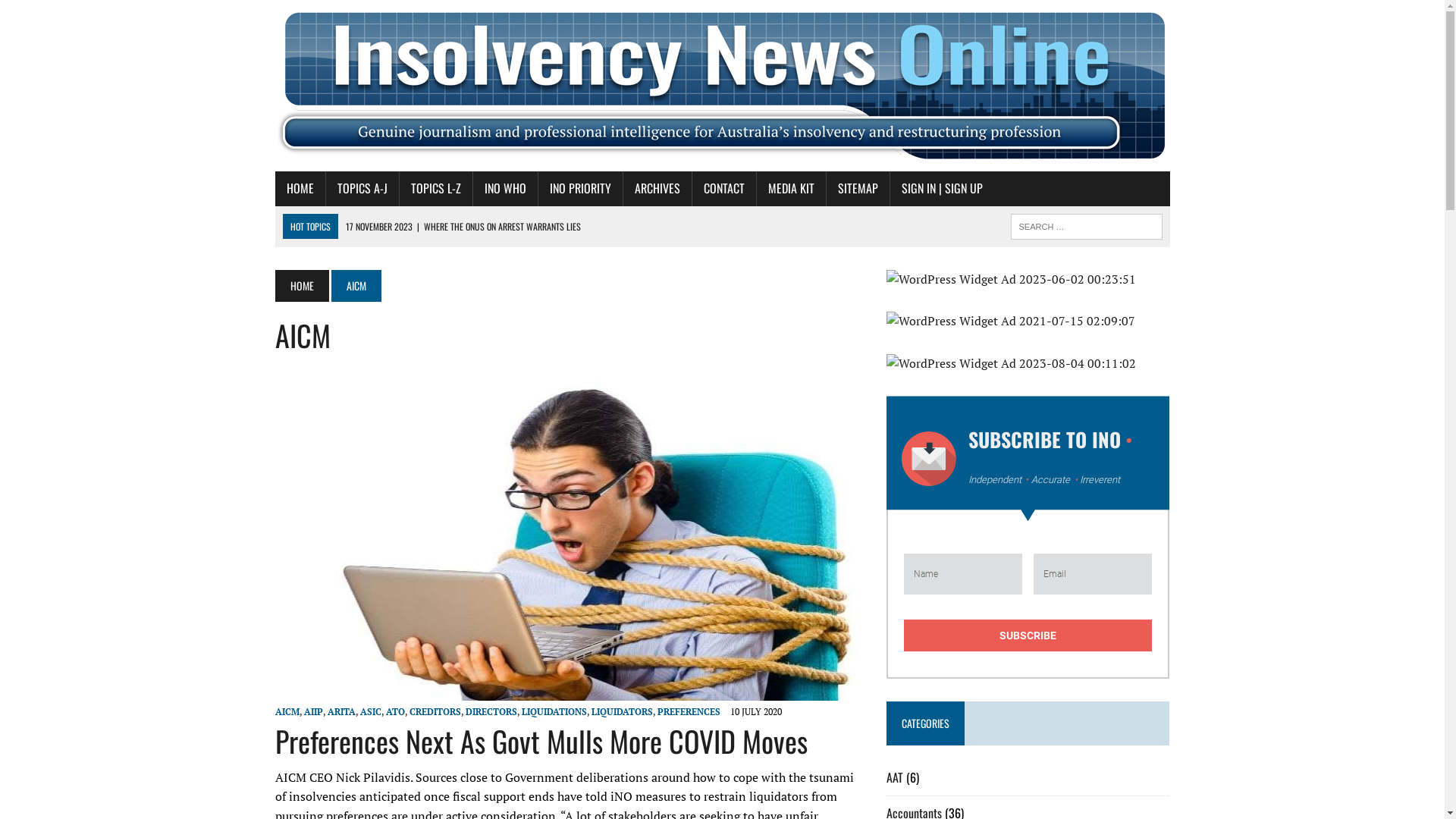 The height and width of the screenshot is (819, 1456). I want to click on 'INO WHO', so click(505, 188).